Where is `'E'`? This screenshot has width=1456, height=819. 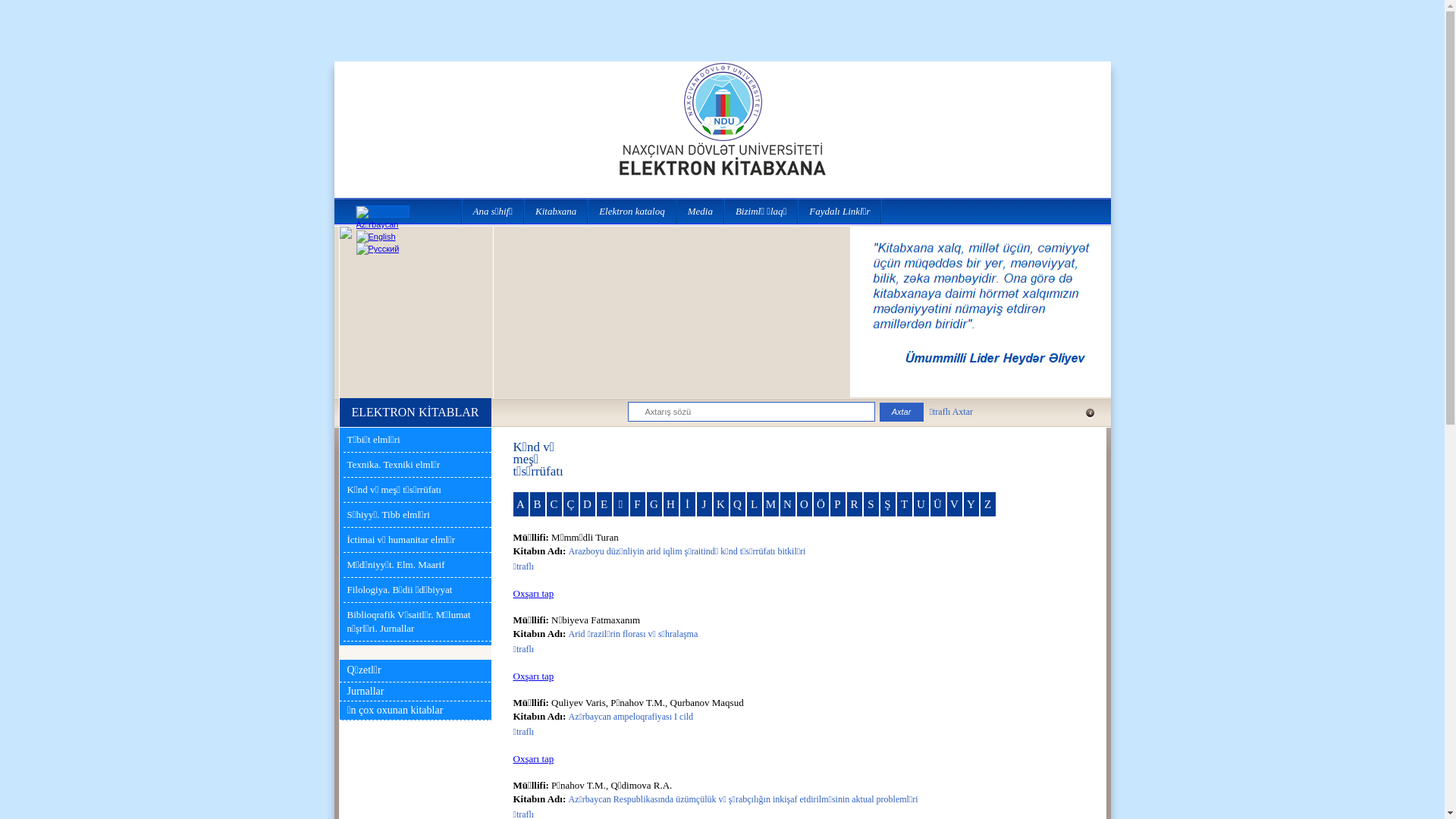 'E' is located at coordinates (600, 504).